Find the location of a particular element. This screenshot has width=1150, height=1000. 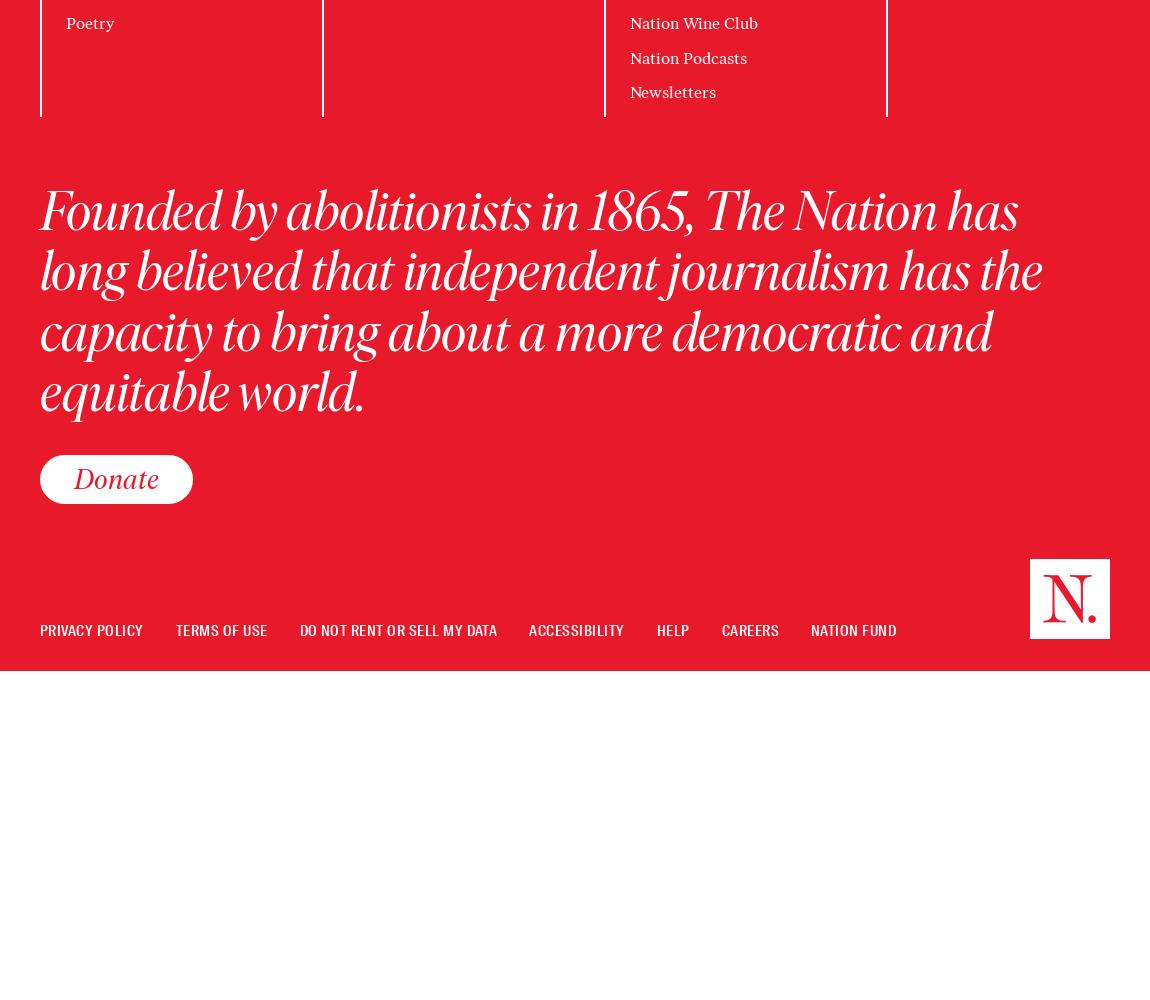

'Founded by abolitionists in 1865, The Nation has long believed that independent journalism has the capacity to bring about a more democratic and equitable world.' is located at coordinates (541, 301).